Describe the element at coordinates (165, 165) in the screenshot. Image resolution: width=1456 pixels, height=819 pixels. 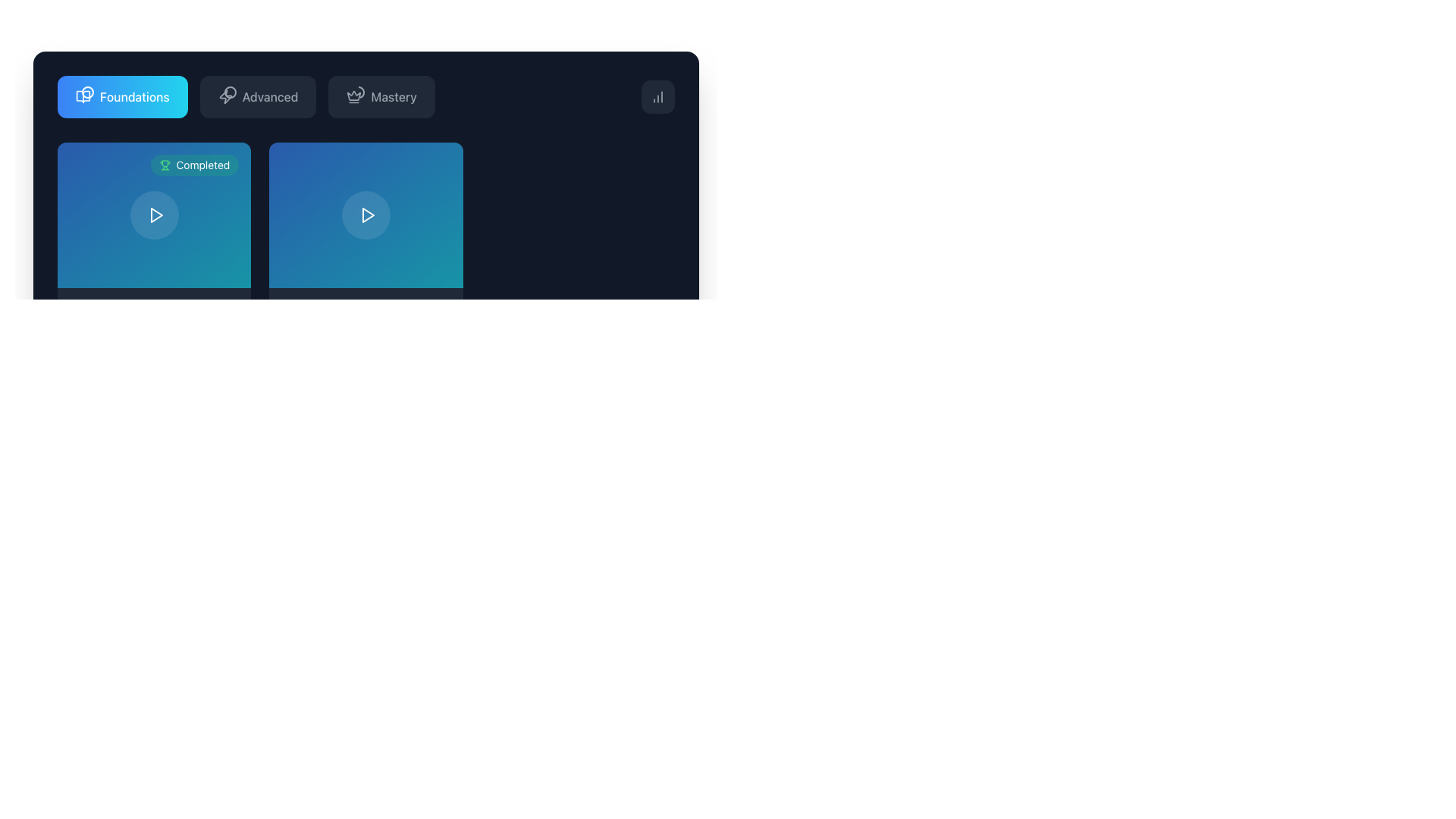
I see `the achievement icon within the green badge labeled 'Completed' located in the top-left corner of the first content block under the 'Foundations' tab for status indication` at that location.